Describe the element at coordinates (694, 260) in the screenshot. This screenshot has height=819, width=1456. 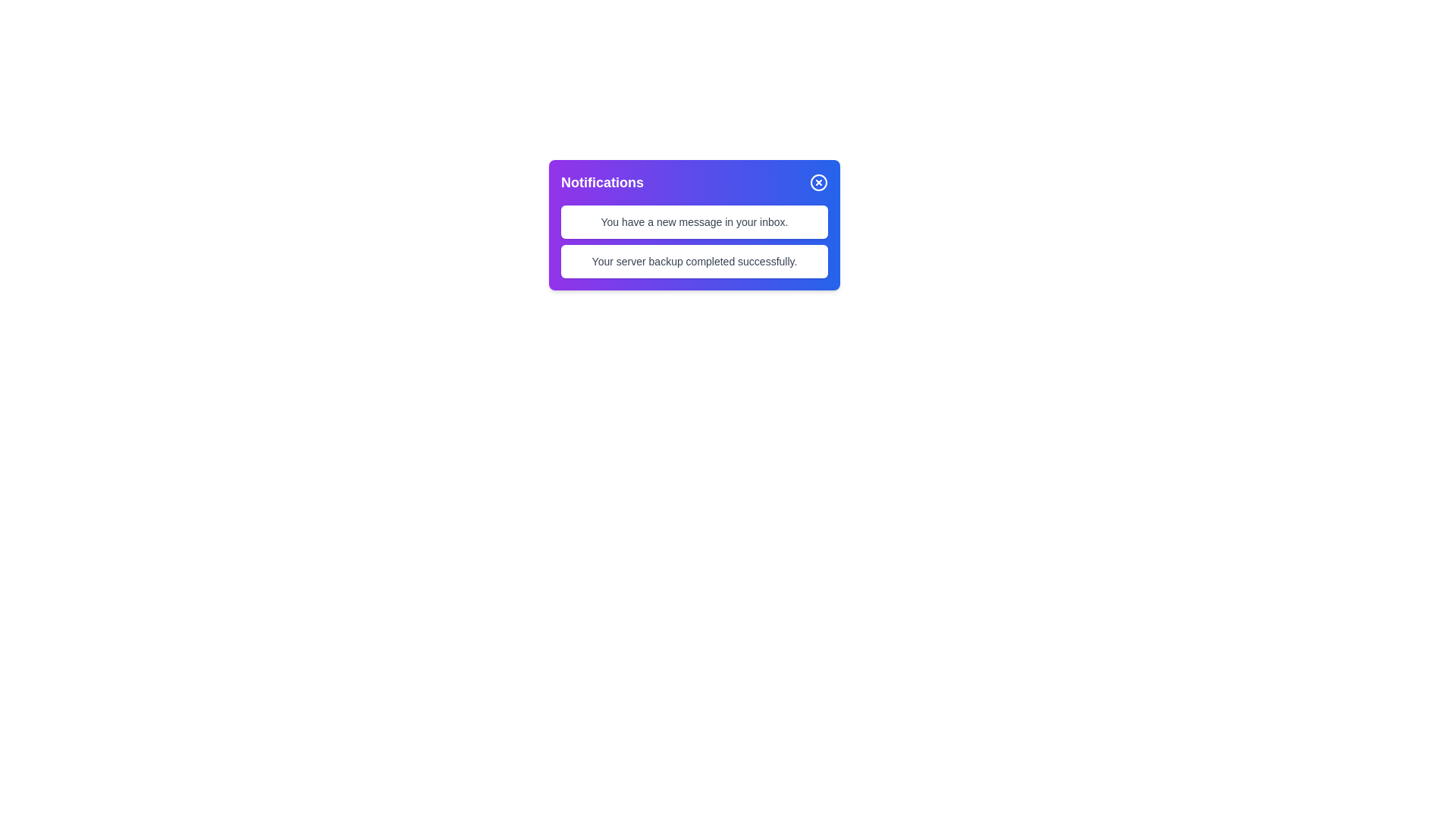
I see `notification message displayed in the second item of the notification area indicating that the server backup operation was completed successfully` at that location.